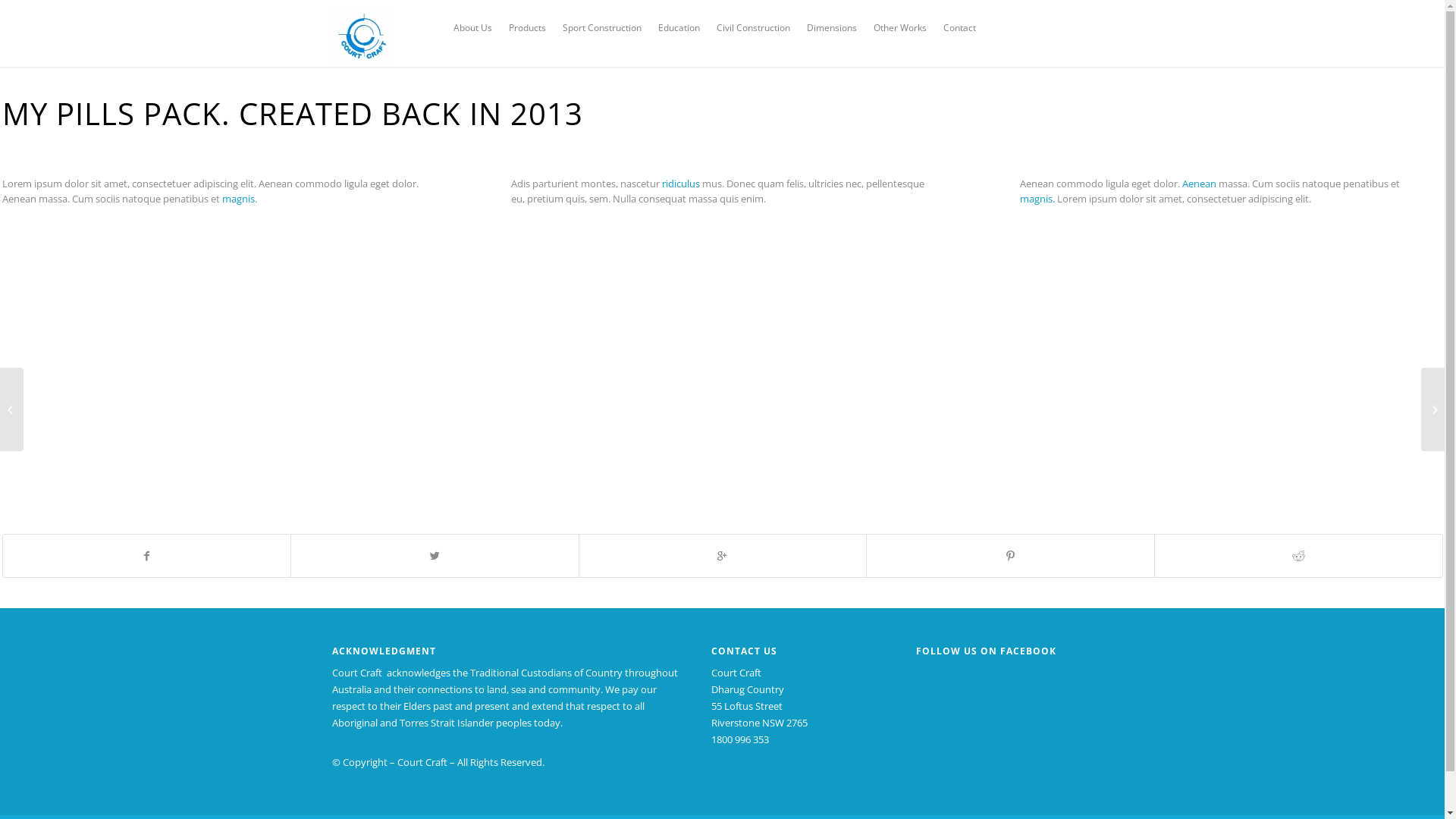 This screenshot has width=1456, height=819. What do you see at coordinates (601, 28) in the screenshot?
I see `'Sport Construction'` at bounding box center [601, 28].